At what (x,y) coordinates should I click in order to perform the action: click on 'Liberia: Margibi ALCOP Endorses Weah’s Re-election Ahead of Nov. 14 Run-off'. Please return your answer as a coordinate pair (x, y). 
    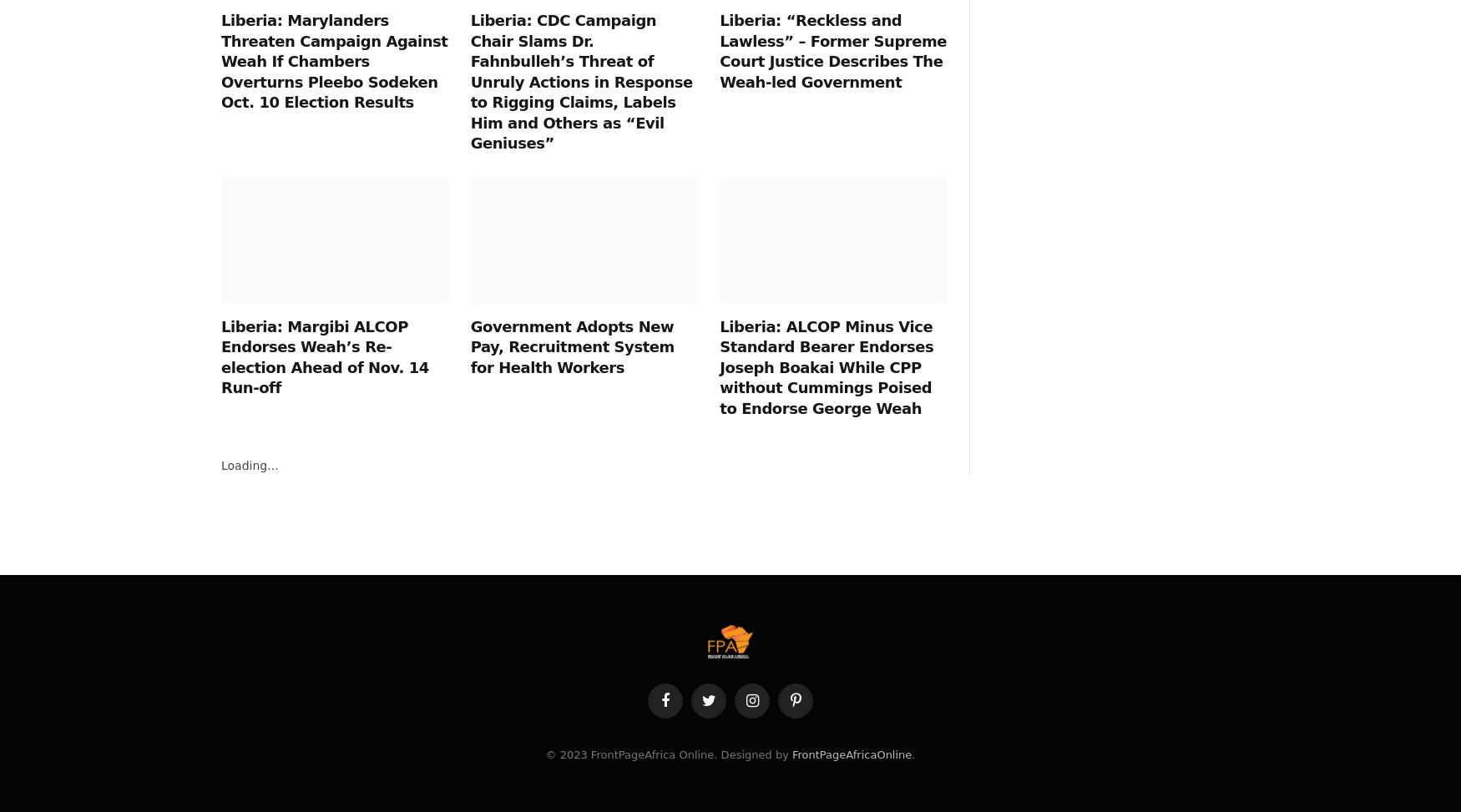
    Looking at the image, I should click on (324, 356).